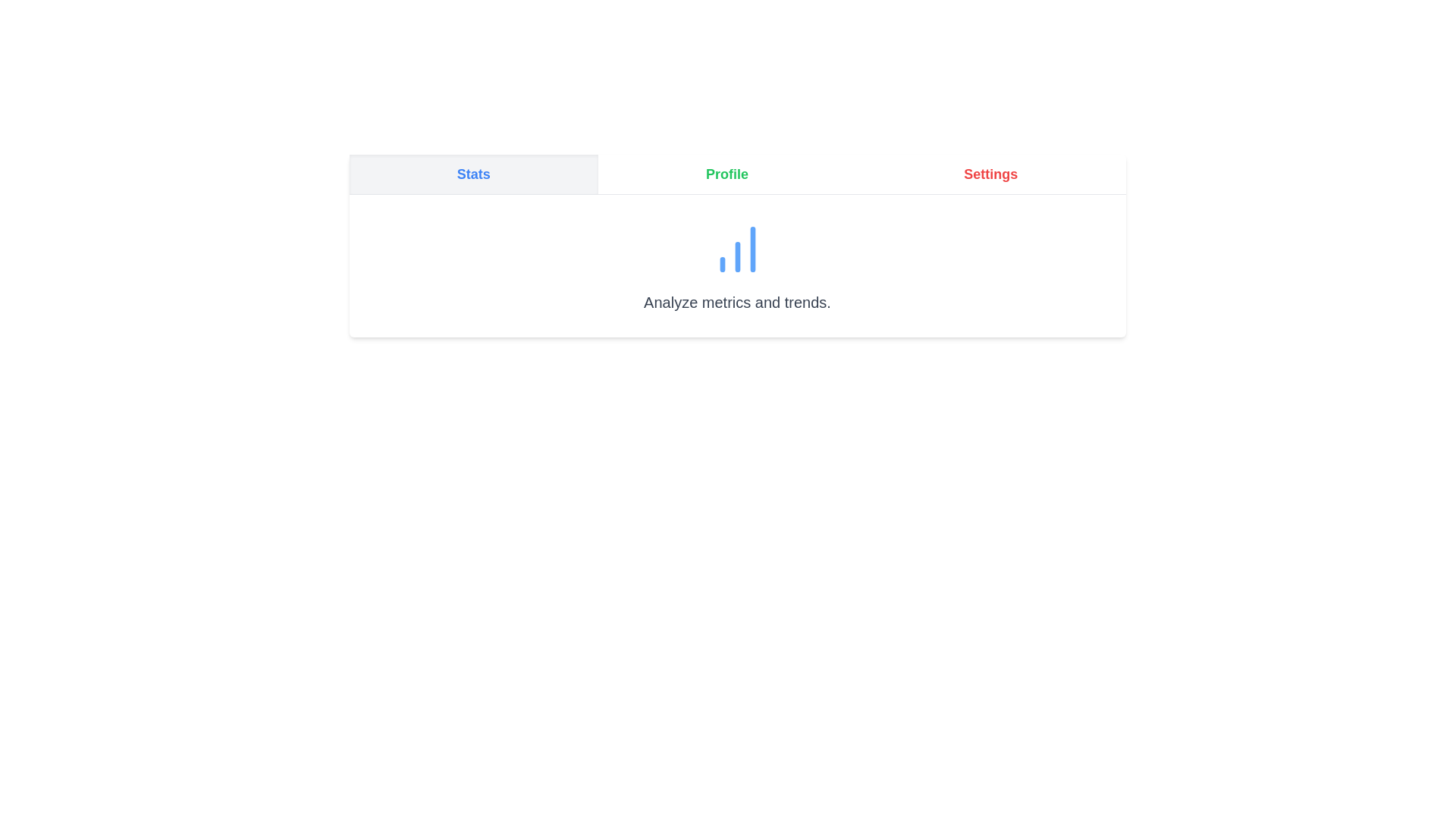 The image size is (1456, 819). I want to click on the 'Profile' button, which is a green text label in bold serif font, located, so click(726, 174).